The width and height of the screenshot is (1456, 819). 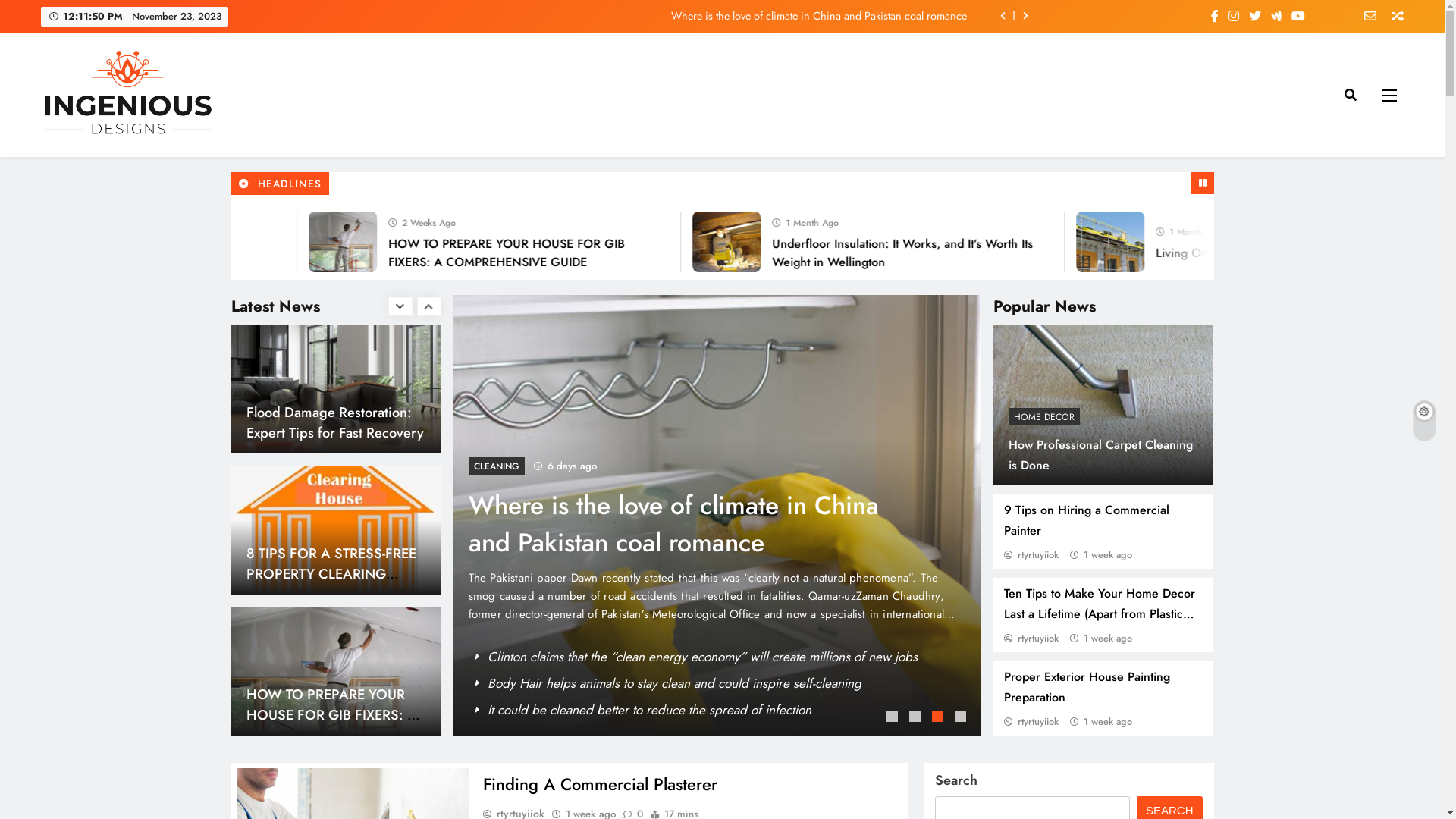 I want to click on '4', so click(x=961, y=717).